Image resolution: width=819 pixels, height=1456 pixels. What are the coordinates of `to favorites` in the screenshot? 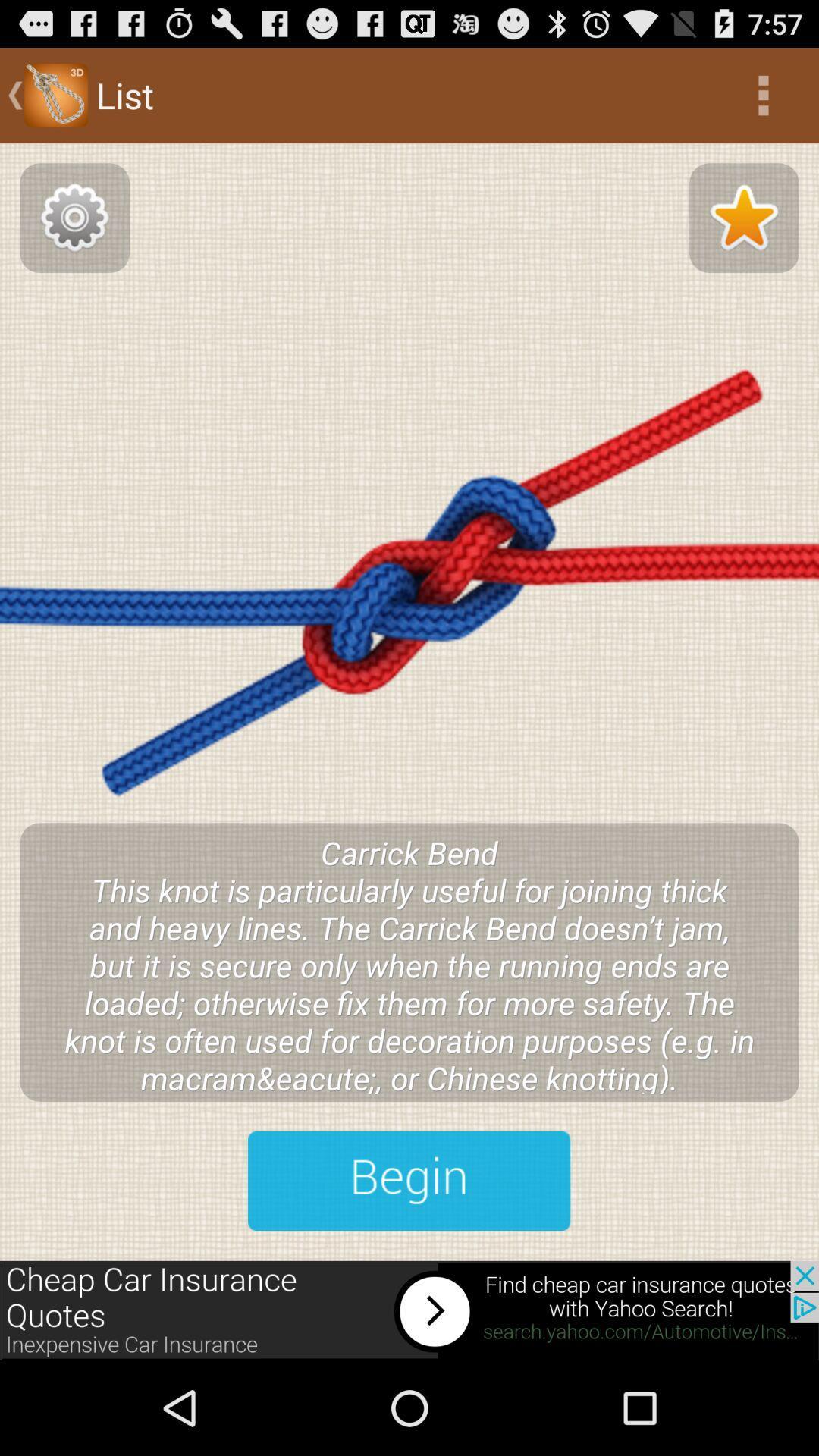 It's located at (743, 217).